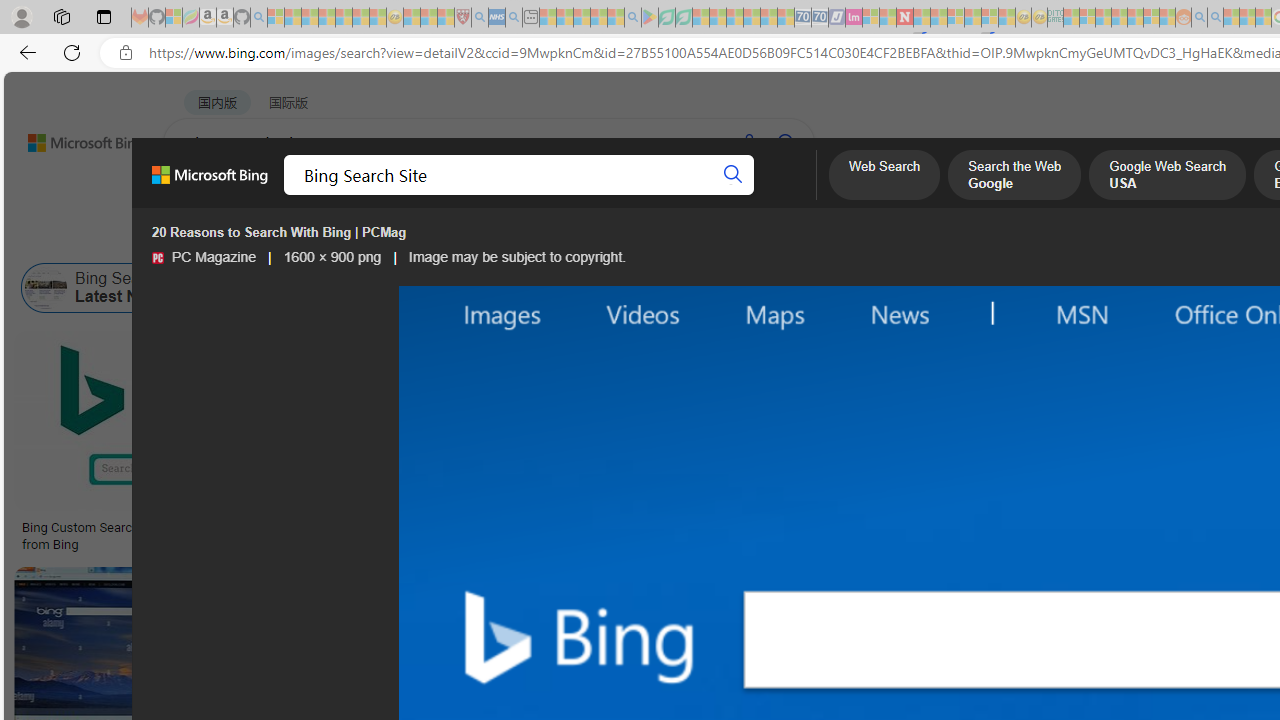 The height and width of the screenshot is (720, 1280). What do you see at coordinates (1094, 420) in the screenshot?
I see `'Image result for Bing Search Site'` at bounding box center [1094, 420].